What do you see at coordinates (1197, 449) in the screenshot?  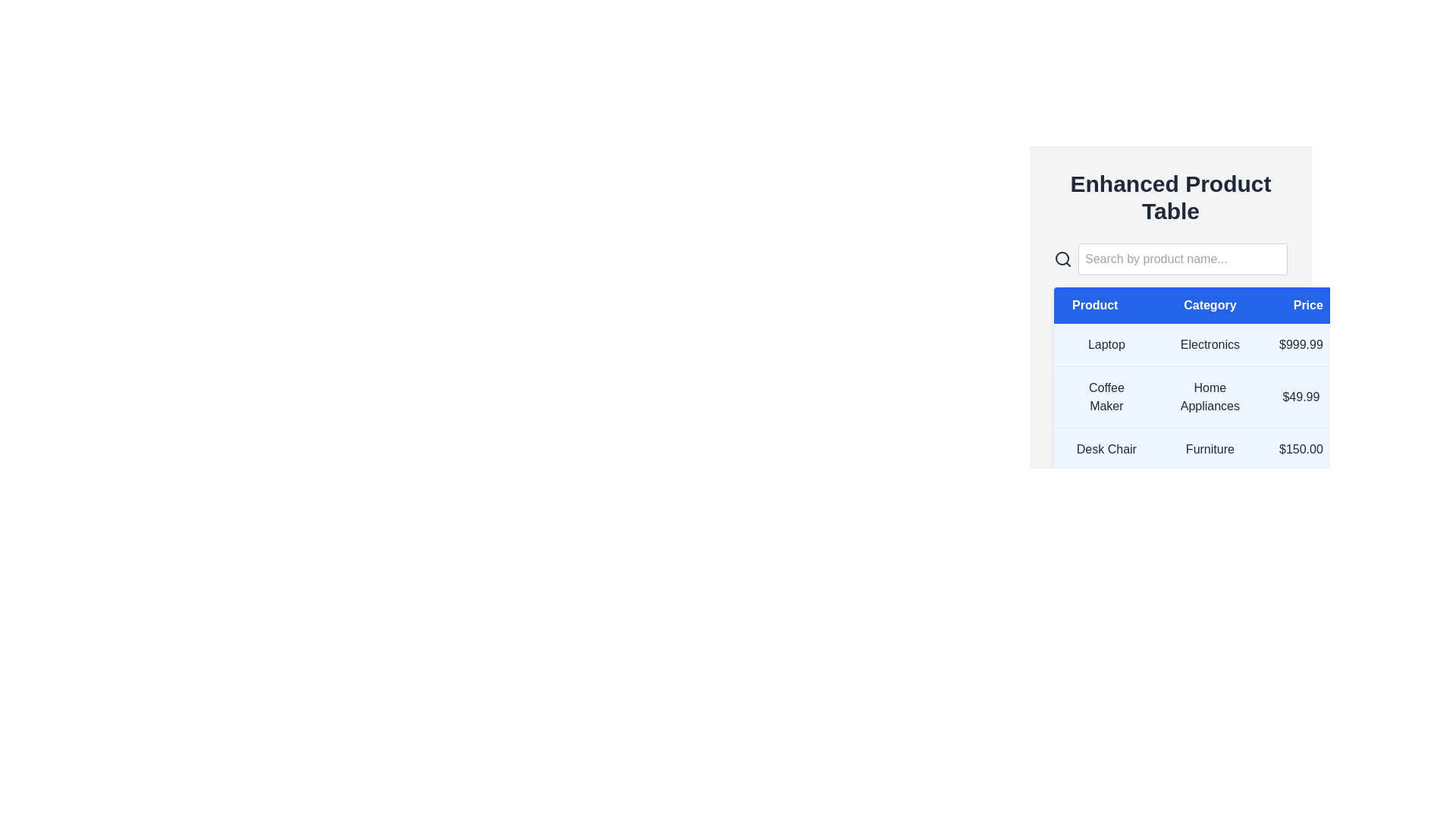 I see `the third row of the 'Enhanced Product Table' that contains the values 'Desk Chair', 'Furniture', and '$150.00' to select the row` at bounding box center [1197, 449].